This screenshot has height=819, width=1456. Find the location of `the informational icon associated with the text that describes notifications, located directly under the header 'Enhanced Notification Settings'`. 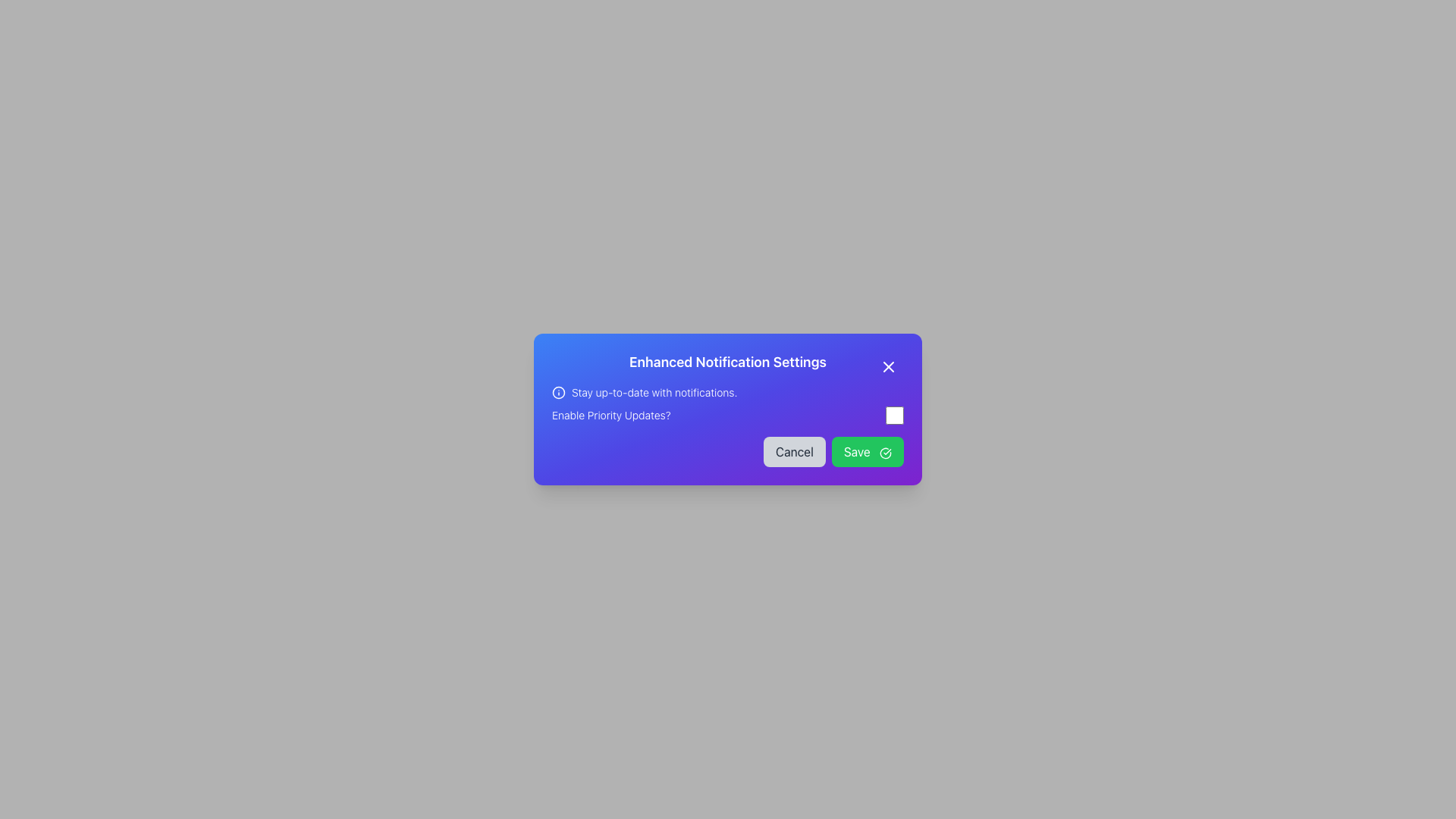

the informational icon associated with the text that describes notifications, located directly under the header 'Enhanced Notification Settings' is located at coordinates (728, 391).